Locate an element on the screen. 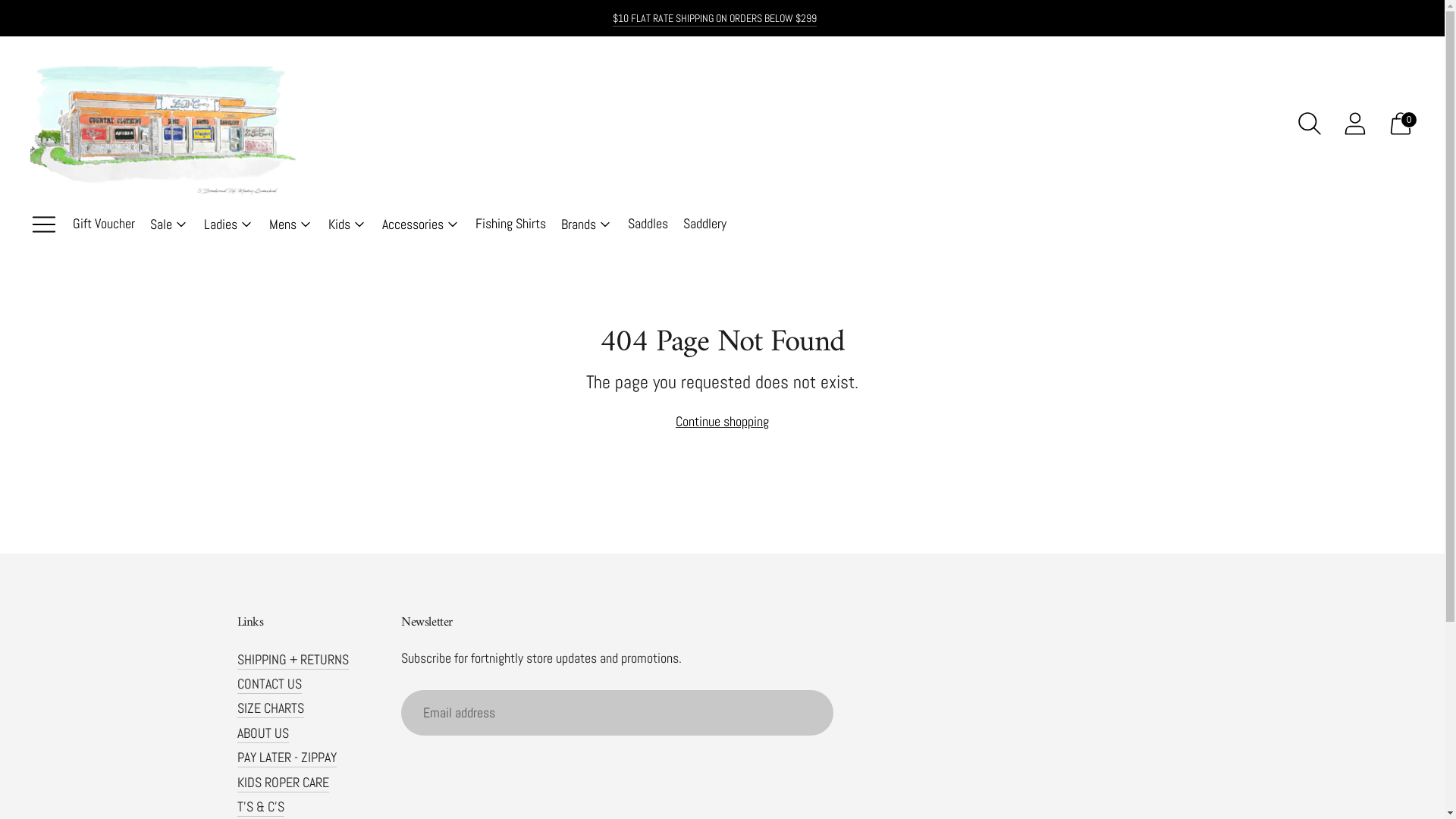  '$10 FLAT RATE SHIPPING ON ORDERS BELOW $299' is located at coordinates (612, 17).